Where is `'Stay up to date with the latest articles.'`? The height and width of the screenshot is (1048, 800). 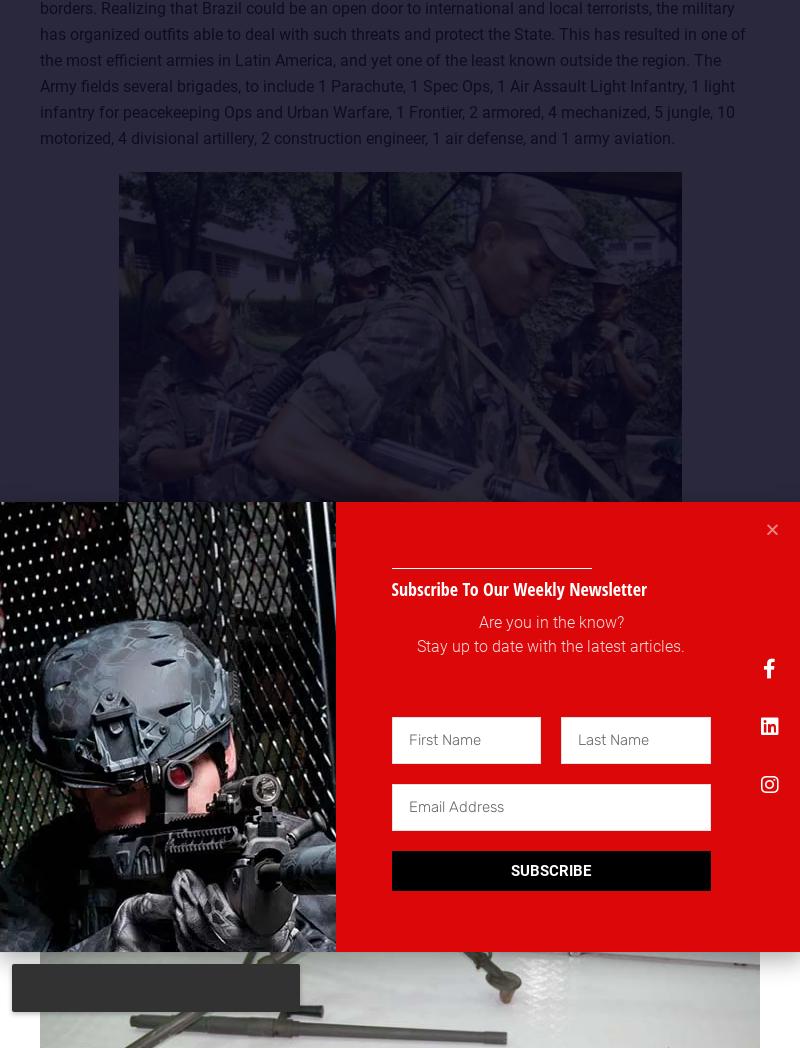 'Stay up to date with the latest articles.' is located at coordinates (416, 644).